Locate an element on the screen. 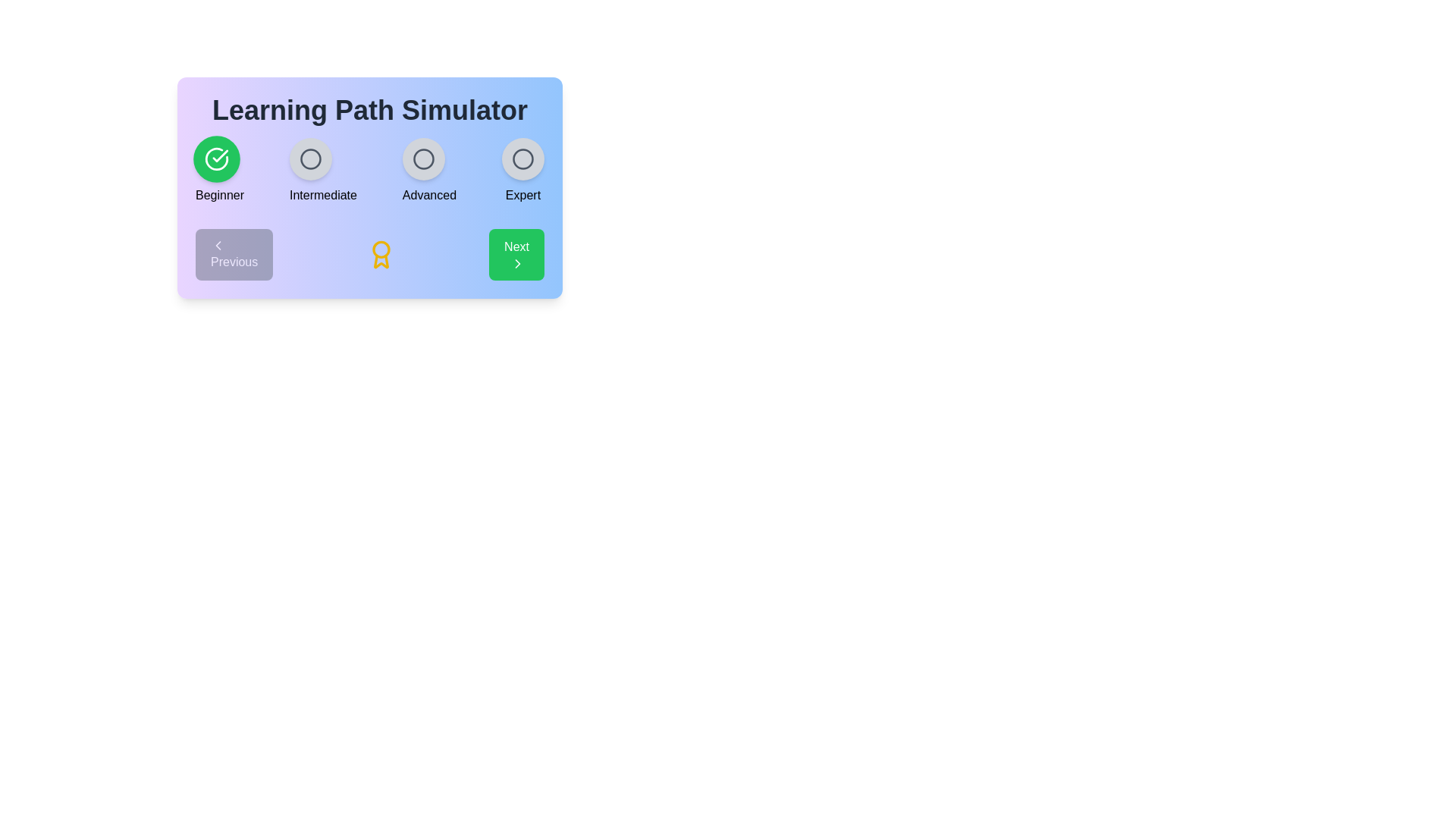 The height and width of the screenshot is (819, 1456). the navigation button located at the bottom right of the group to visualize tooltip effects is located at coordinates (516, 253).